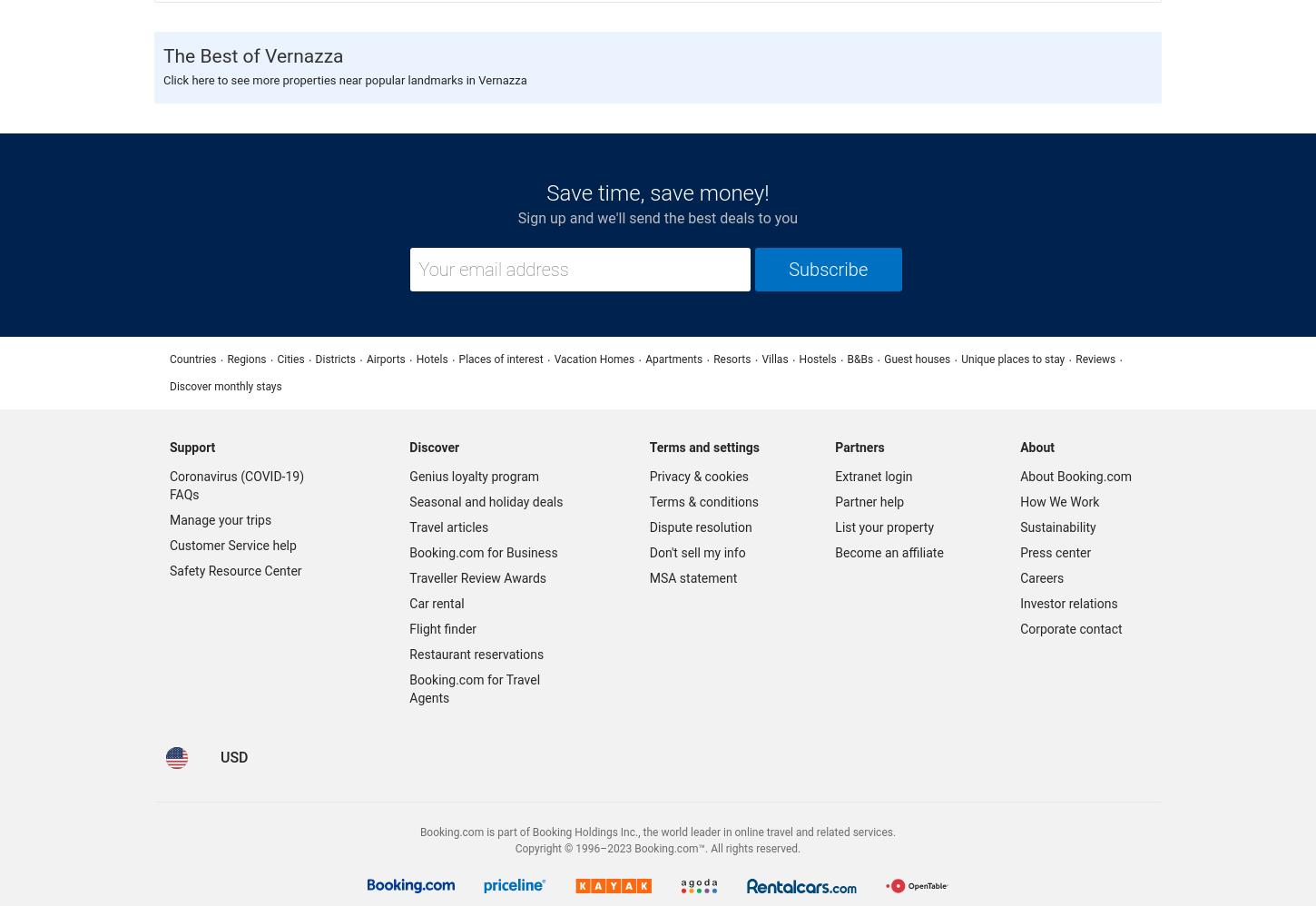 The height and width of the screenshot is (906, 1316). I want to click on 'The Best of Vernazza', so click(252, 54).